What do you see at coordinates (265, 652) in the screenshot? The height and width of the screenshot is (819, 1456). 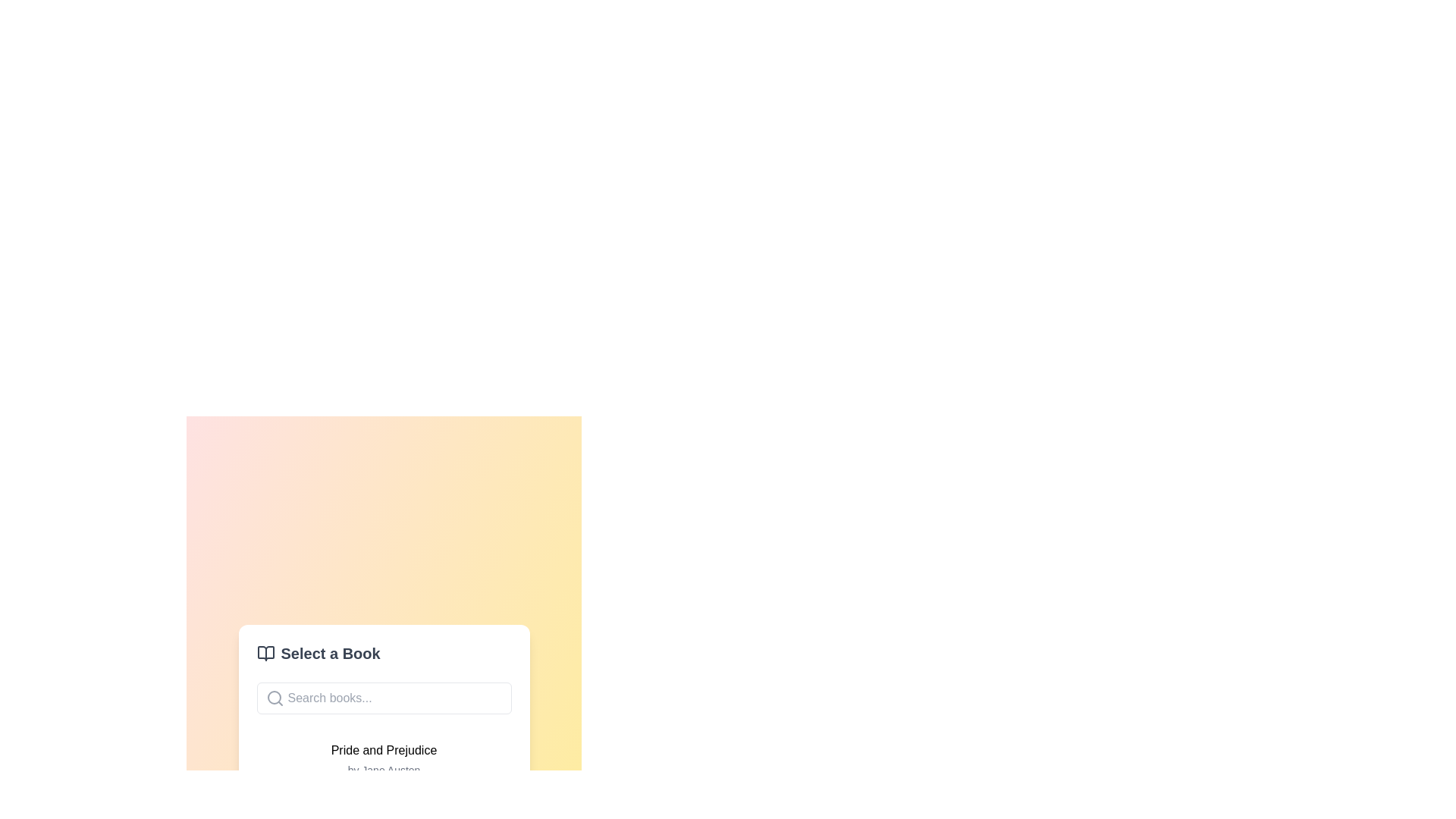 I see `the decorative icon located at the leftmost side of the header containing the text 'Select a Book'` at bounding box center [265, 652].